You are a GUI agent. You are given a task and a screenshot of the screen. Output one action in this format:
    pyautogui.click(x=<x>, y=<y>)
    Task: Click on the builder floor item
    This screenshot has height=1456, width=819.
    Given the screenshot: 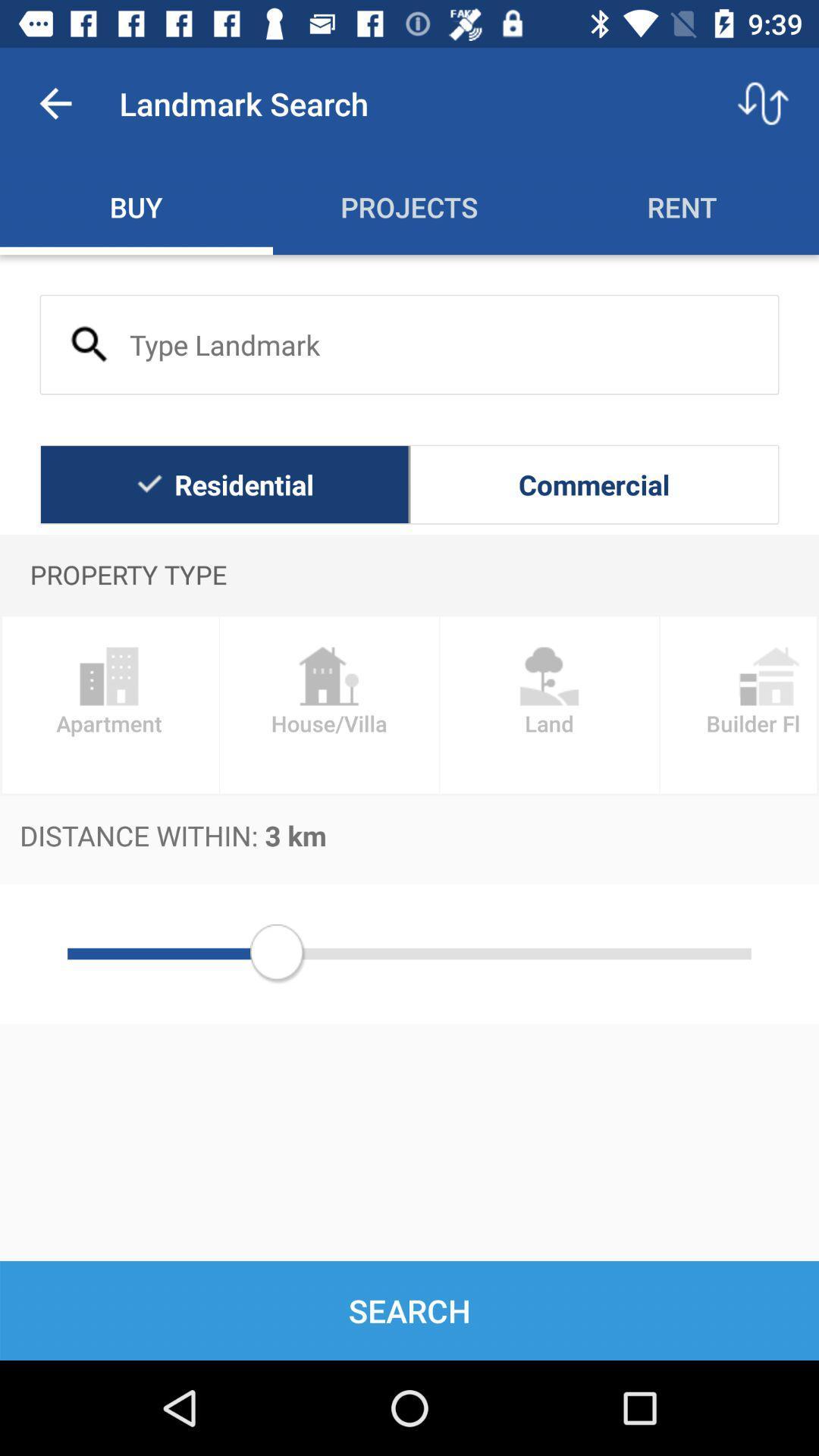 What is the action you would take?
    pyautogui.click(x=739, y=704)
    